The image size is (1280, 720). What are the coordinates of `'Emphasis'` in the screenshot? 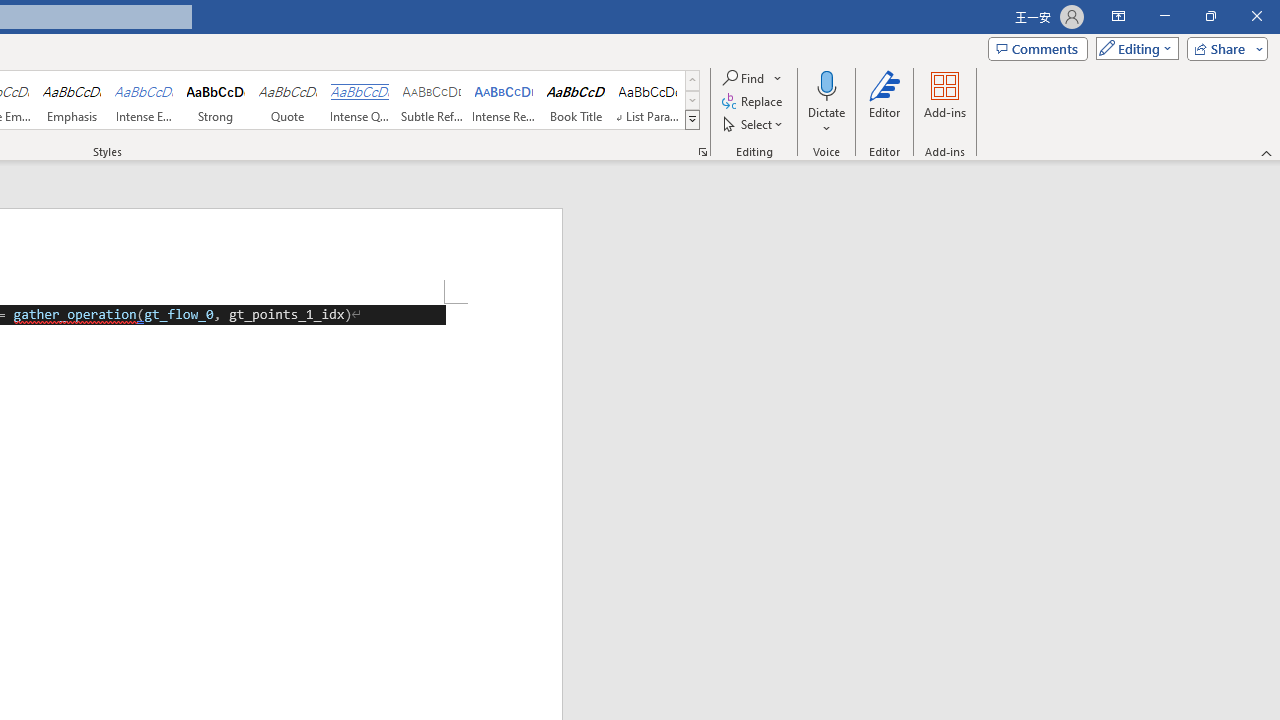 It's located at (71, 100).